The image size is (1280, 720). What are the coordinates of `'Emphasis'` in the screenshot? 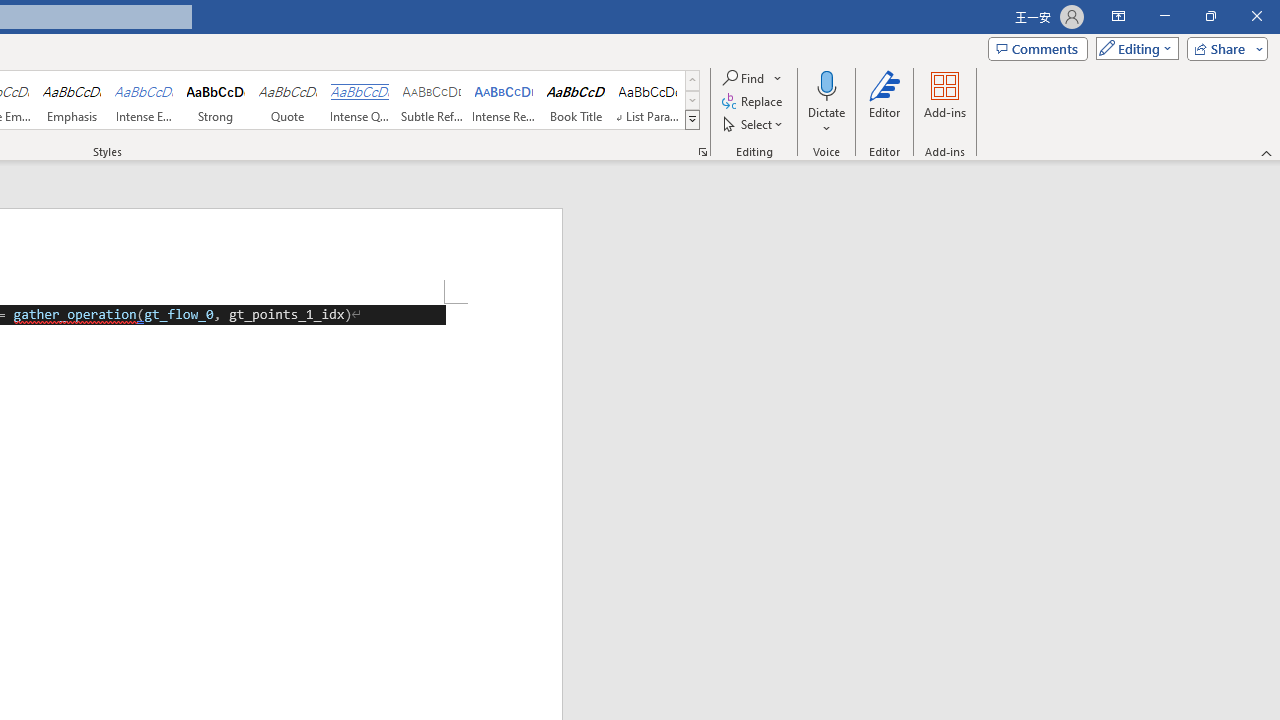 It's located at (71, 100).